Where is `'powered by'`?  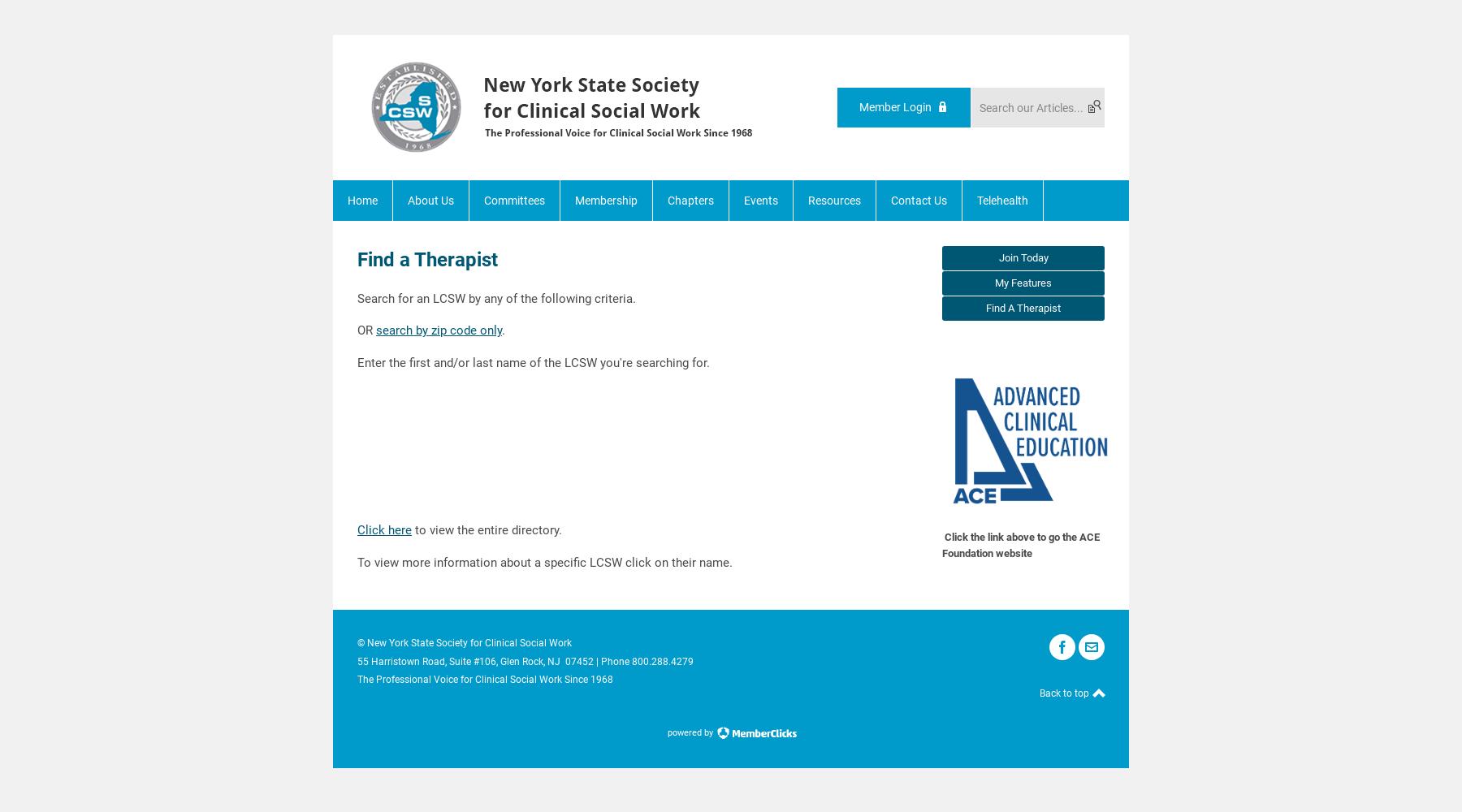
'powered by' is located at coordinates (690, 732).